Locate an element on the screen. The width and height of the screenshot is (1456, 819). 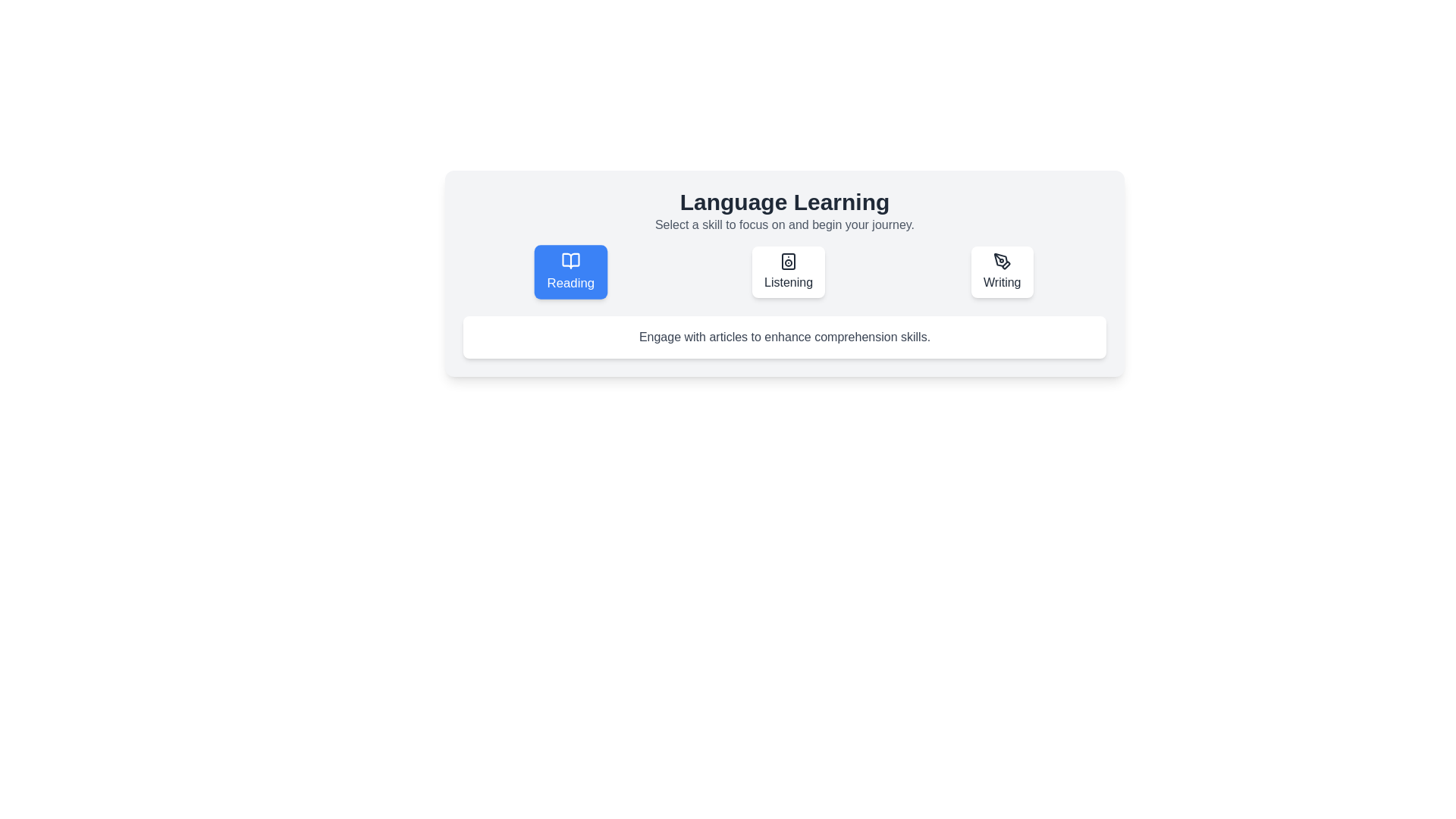
the graphical decorative rectangle located within the speaker icon, specifically positioned towards the top-left region of the icon is located at coordinates (789, 260).